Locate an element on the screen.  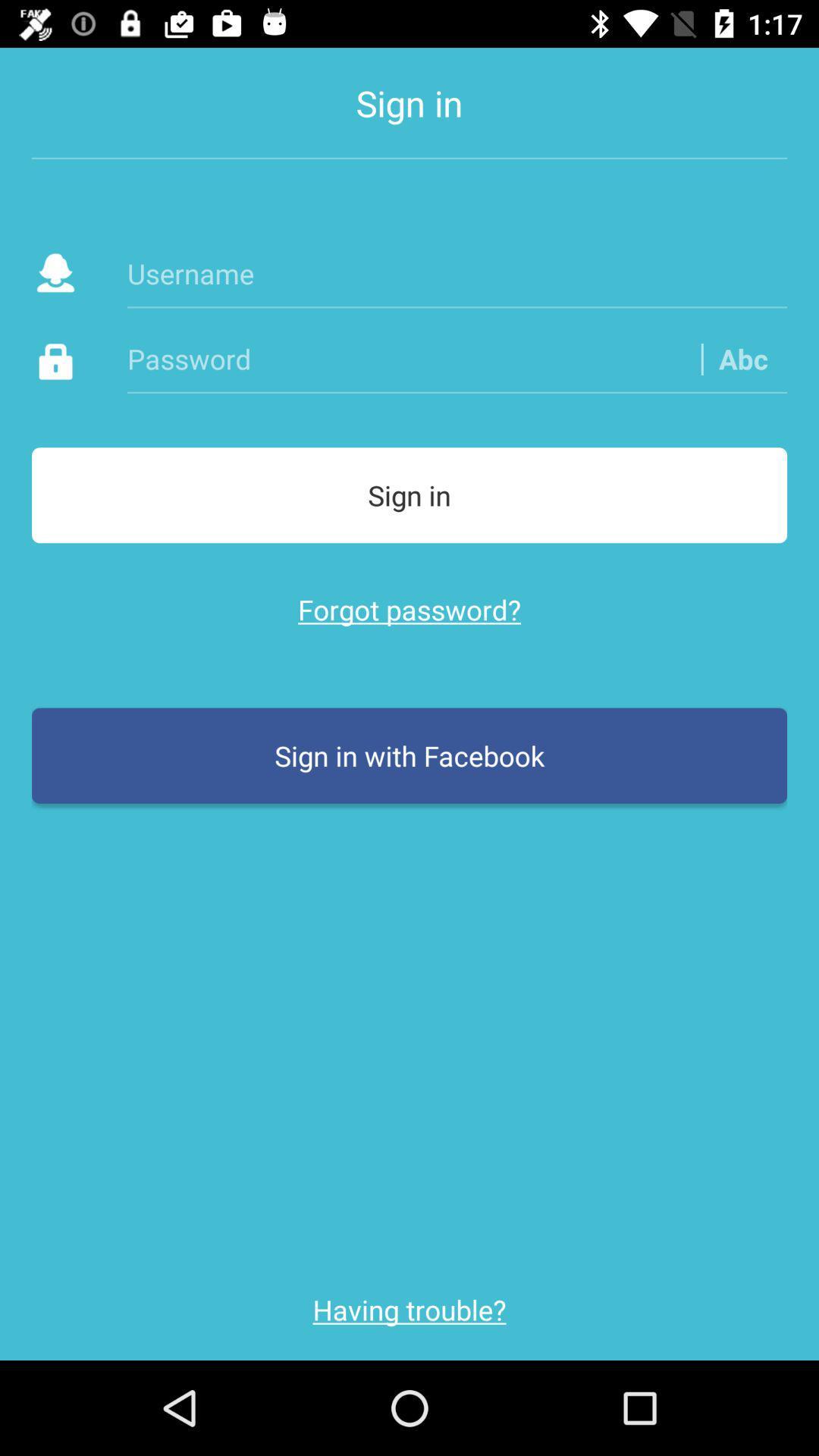
forgot password? item is located at coordinates (409, 610).